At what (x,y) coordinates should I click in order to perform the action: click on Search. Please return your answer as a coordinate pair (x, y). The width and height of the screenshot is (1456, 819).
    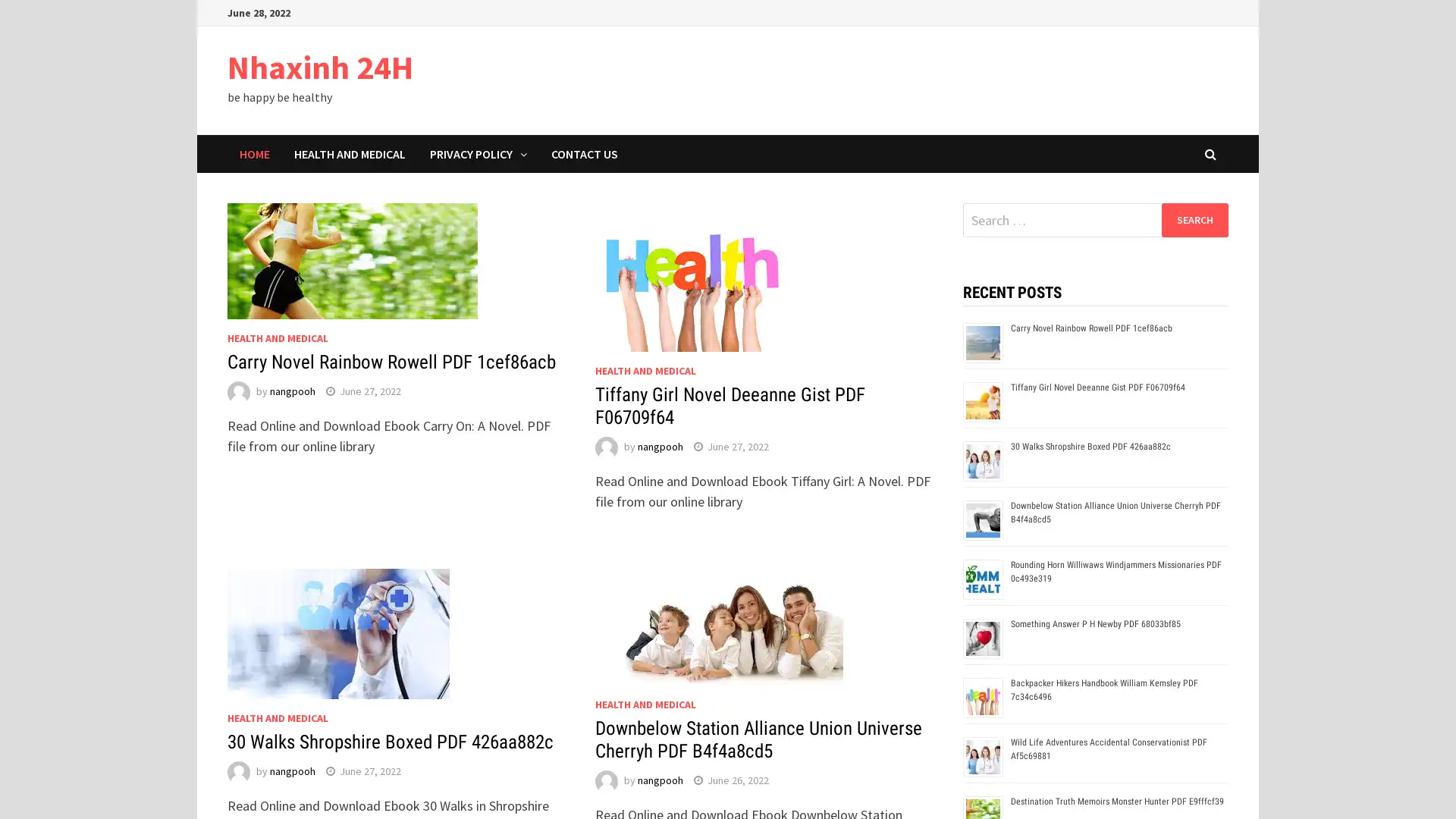
    Looking at the image, I should click on (1194, 219).